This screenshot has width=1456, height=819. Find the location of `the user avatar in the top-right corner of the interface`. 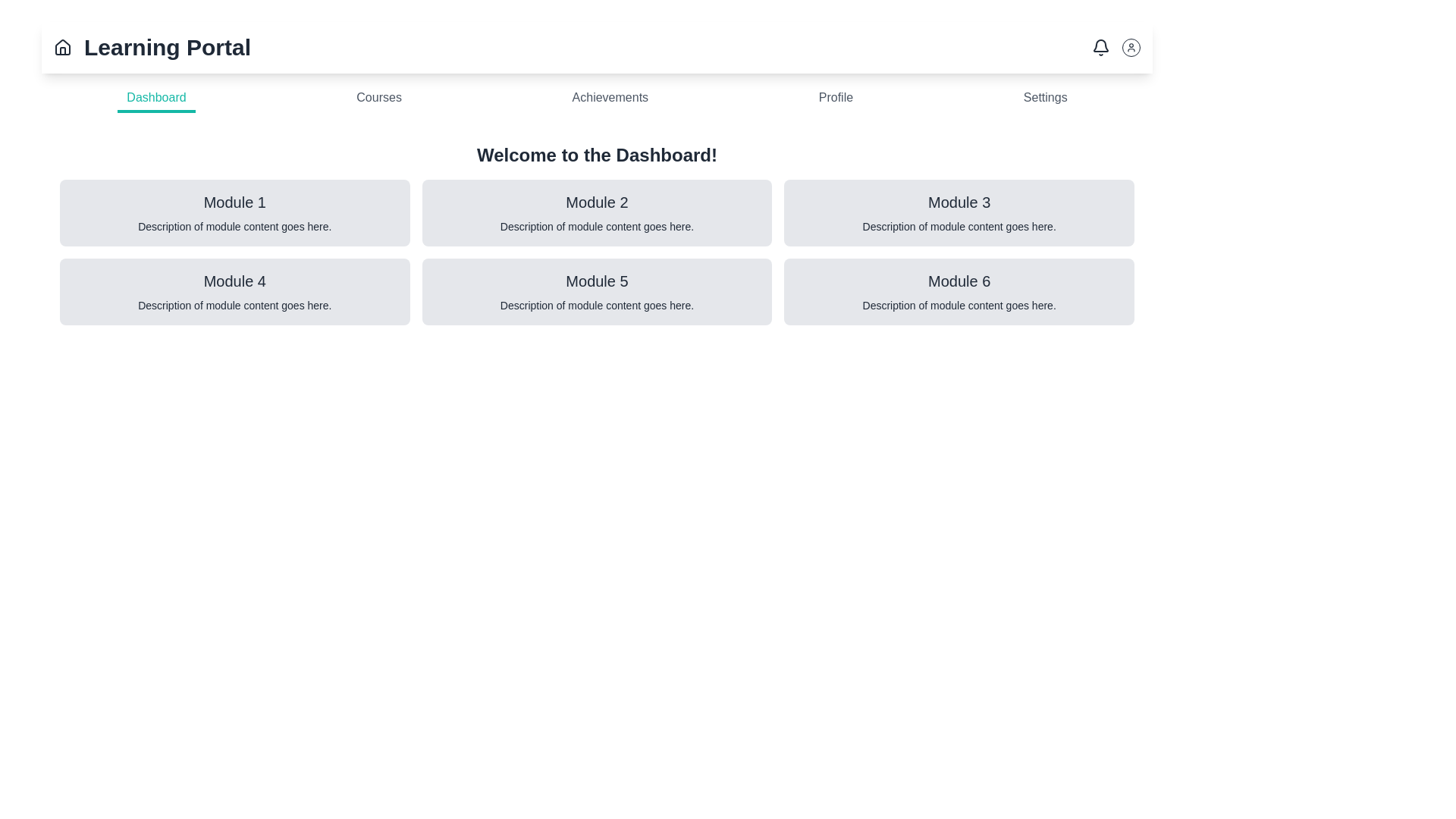

the user avatar in the top-right corner of the interface is located at coordinates (1116, 46).